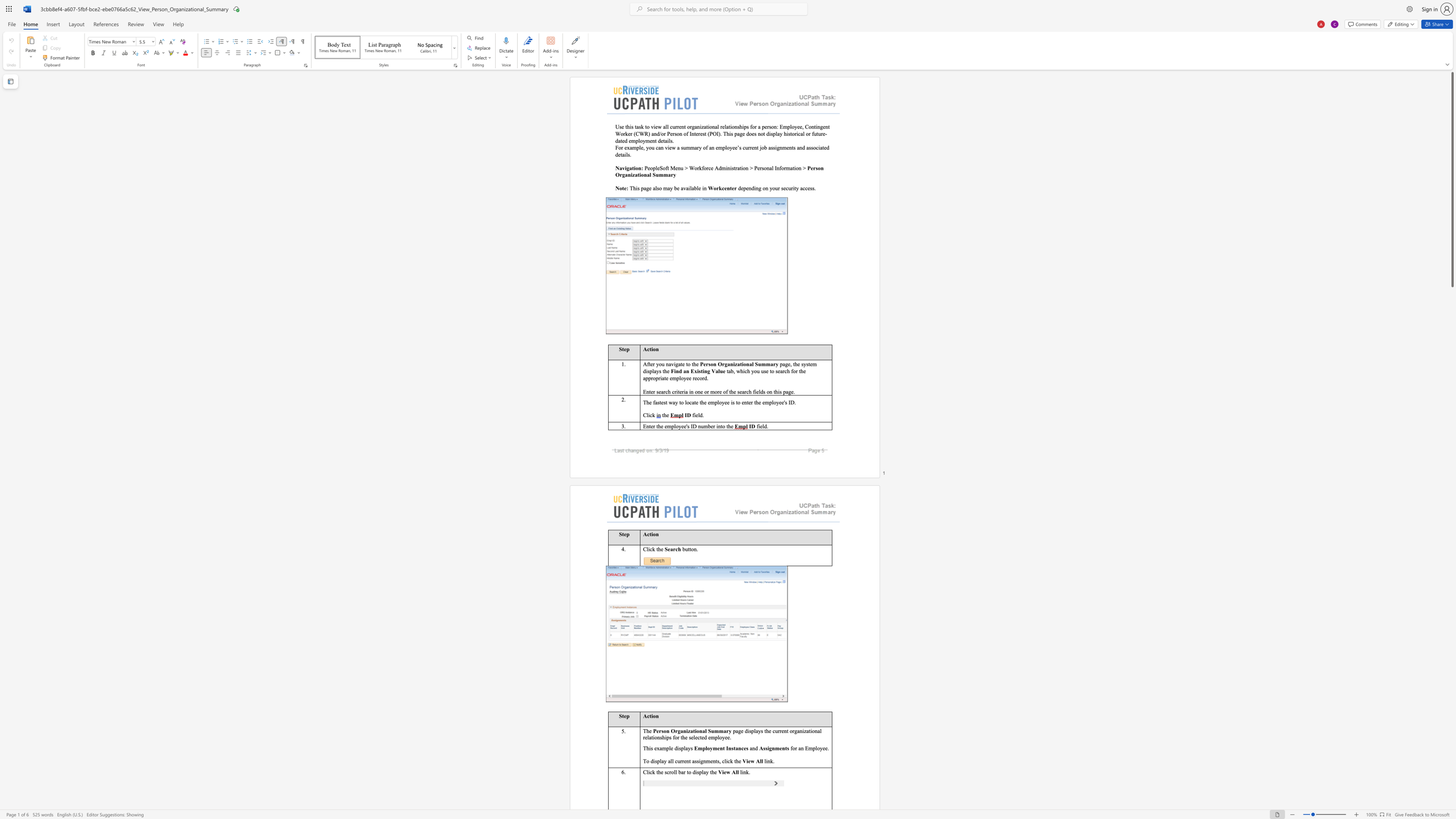 This screenshot has width=1456, height=819. I want to click on the subset text "Summary" within the text "Person Organizational Summary", so click(755, 363).